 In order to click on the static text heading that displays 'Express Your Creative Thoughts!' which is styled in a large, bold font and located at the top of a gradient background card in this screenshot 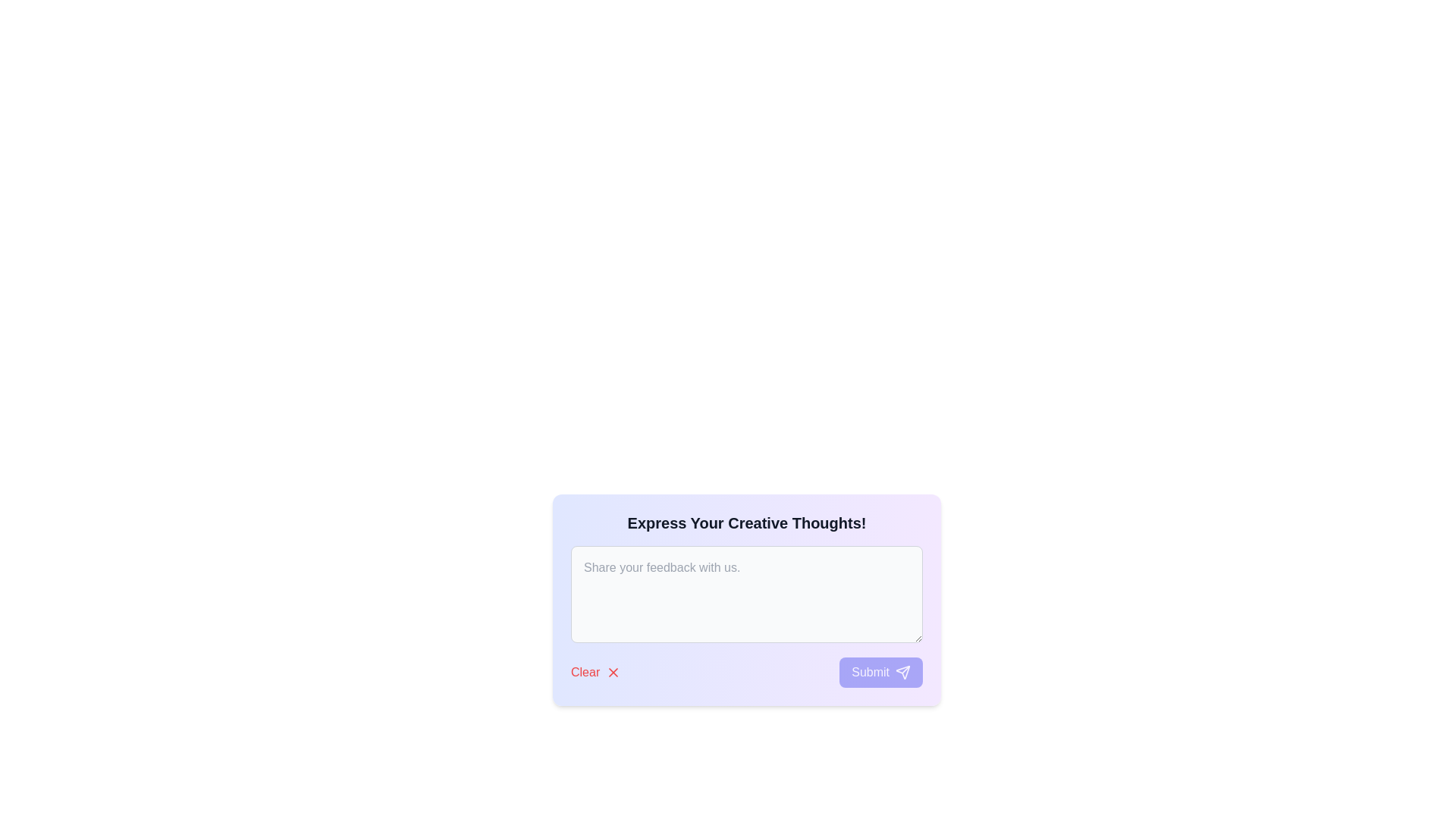, I will do `click(746, 522)`.